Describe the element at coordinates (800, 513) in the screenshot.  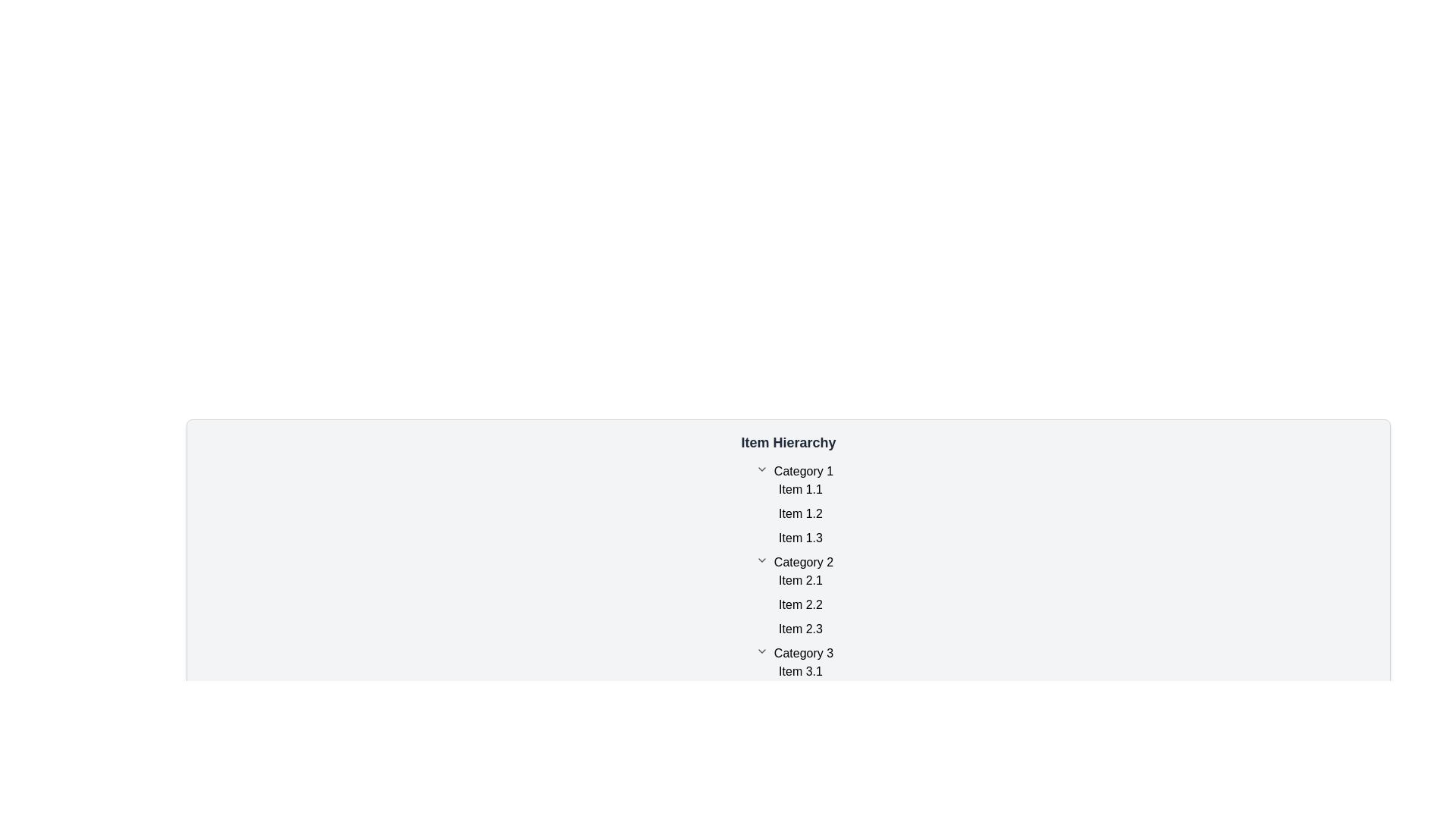
I see `the static text label that identifies the second entry under 'Category 1', which is positioned between 'Item 1.1' and 'Item 1.3'` at that location.